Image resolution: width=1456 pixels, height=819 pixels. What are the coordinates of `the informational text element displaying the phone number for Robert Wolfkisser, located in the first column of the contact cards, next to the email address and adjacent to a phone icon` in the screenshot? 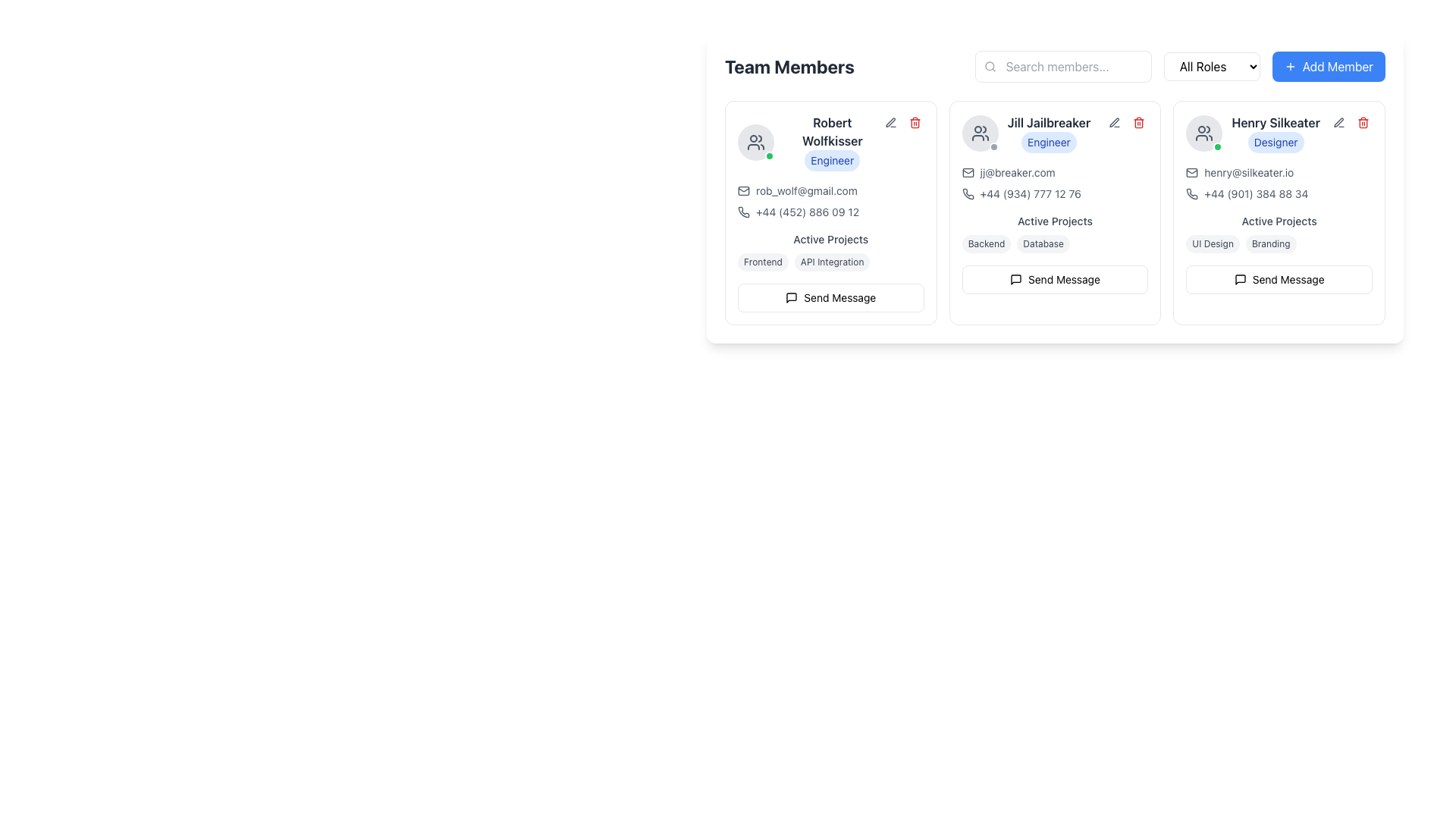 It's located at (807, 212).